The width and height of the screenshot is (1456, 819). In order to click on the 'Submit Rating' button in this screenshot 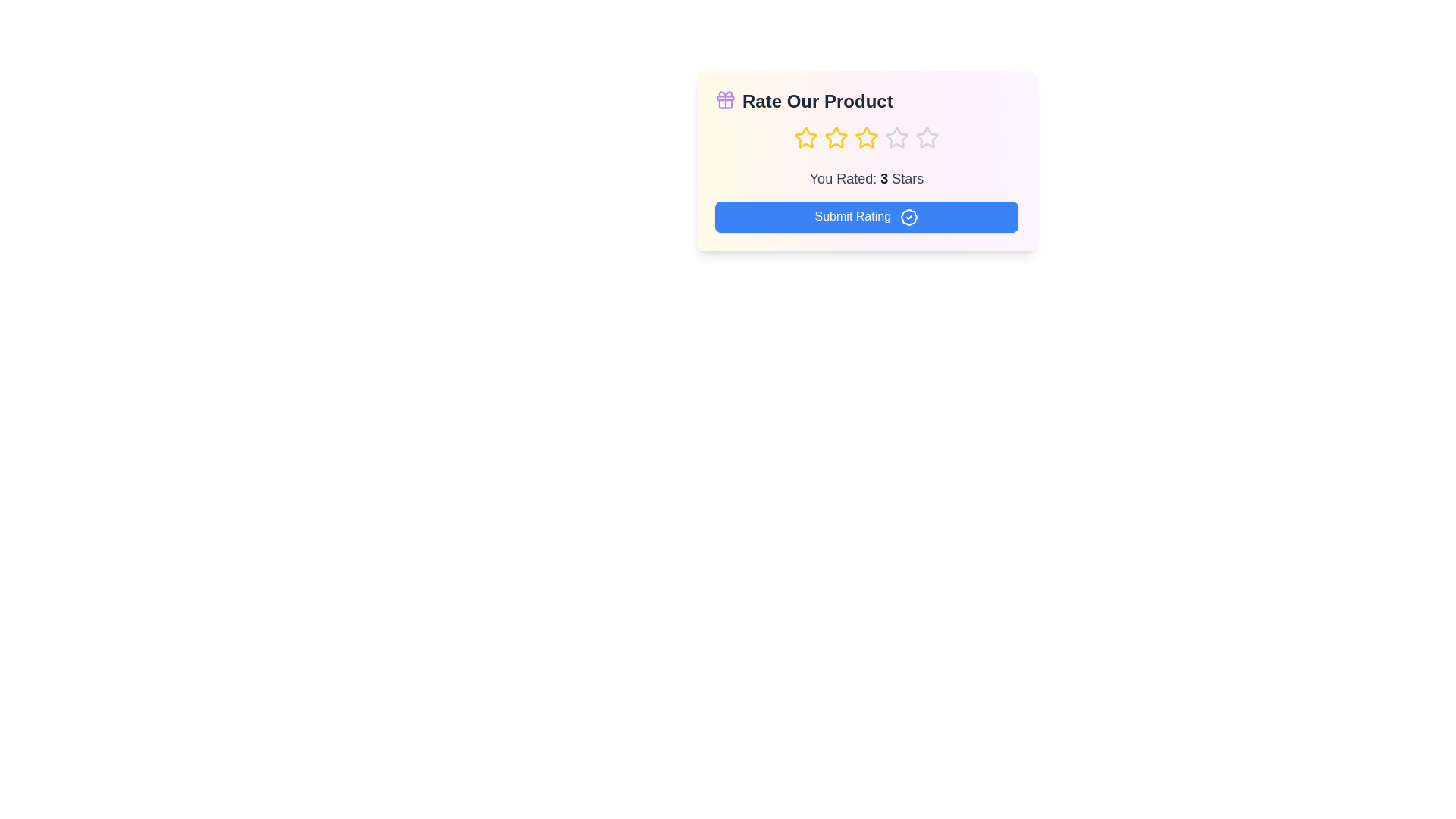, I will do `click(866, 216)`.